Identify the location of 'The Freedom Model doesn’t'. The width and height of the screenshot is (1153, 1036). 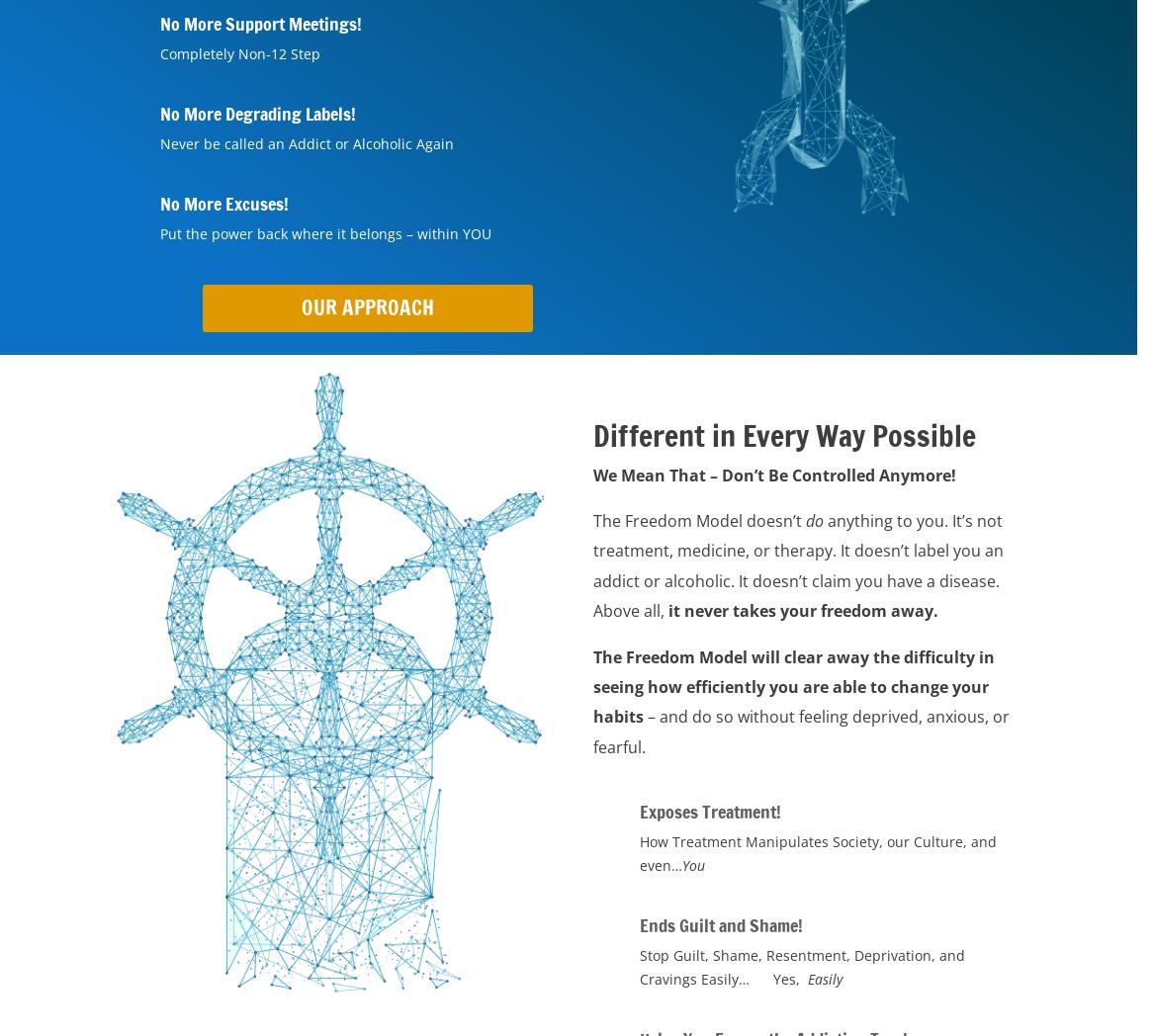
(699, 518).